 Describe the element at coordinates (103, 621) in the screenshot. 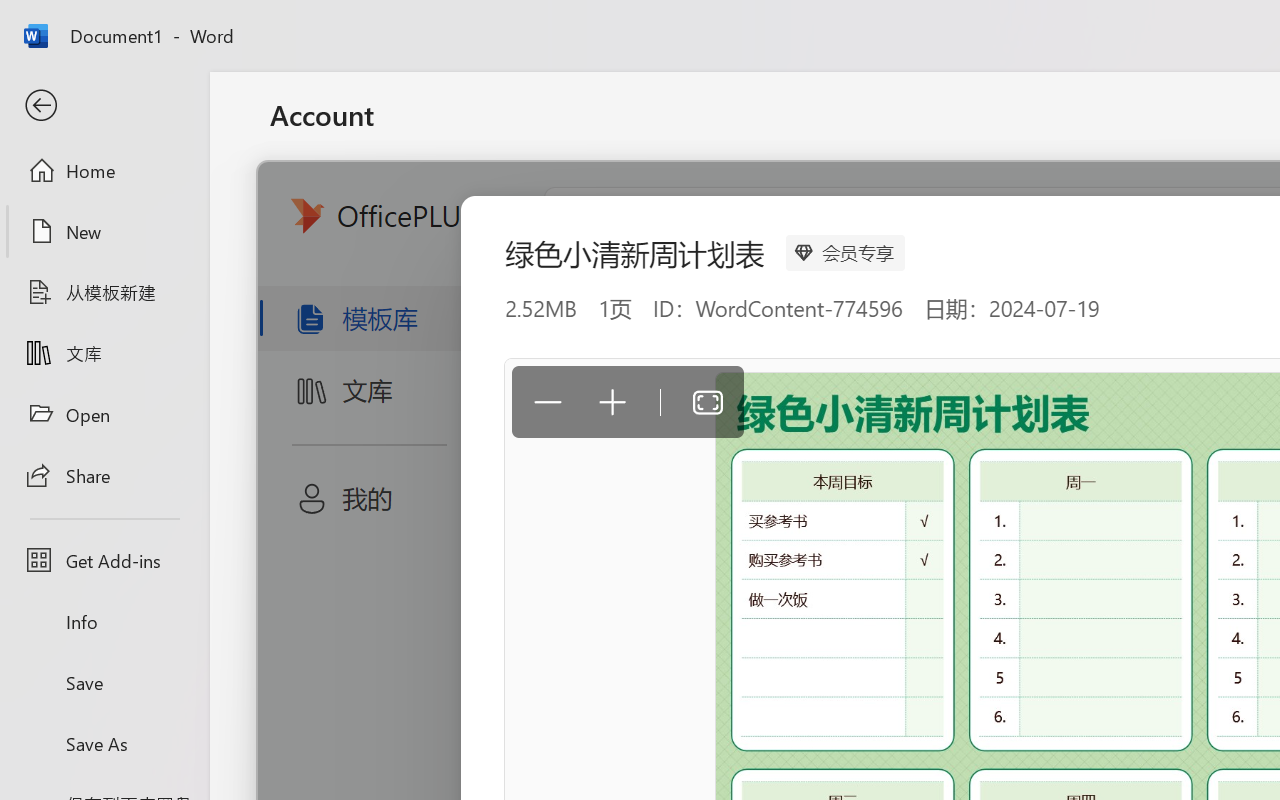

I see `'Info'` at that location.